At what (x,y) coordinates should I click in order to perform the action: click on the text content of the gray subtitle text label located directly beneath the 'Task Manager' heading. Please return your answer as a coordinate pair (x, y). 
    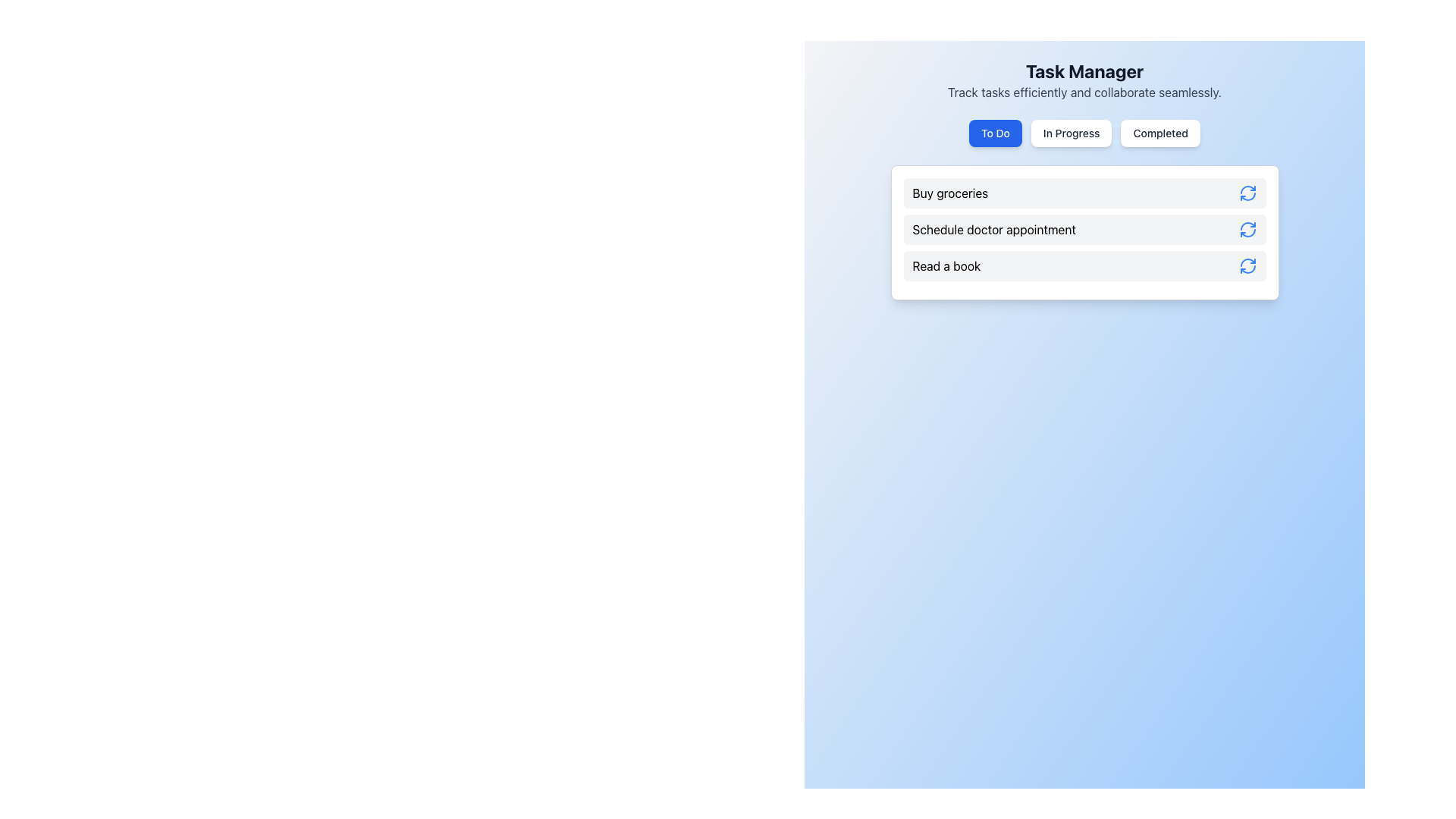
    Looking at the image, I should click on (1084, 93).